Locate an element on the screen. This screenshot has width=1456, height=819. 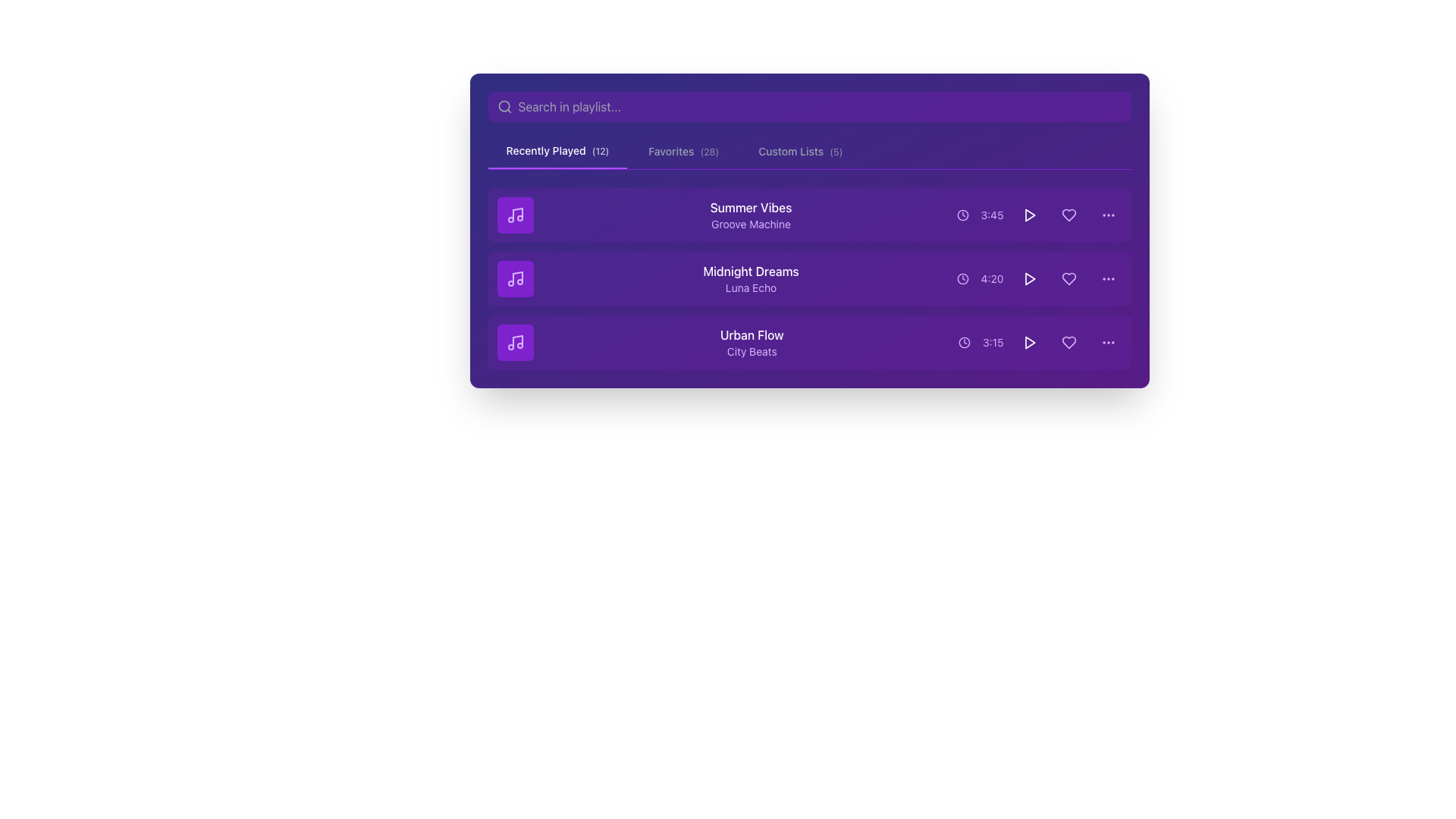
the circular button with a purple background containing three horizontal dots is located at coordinates (1108, 278).